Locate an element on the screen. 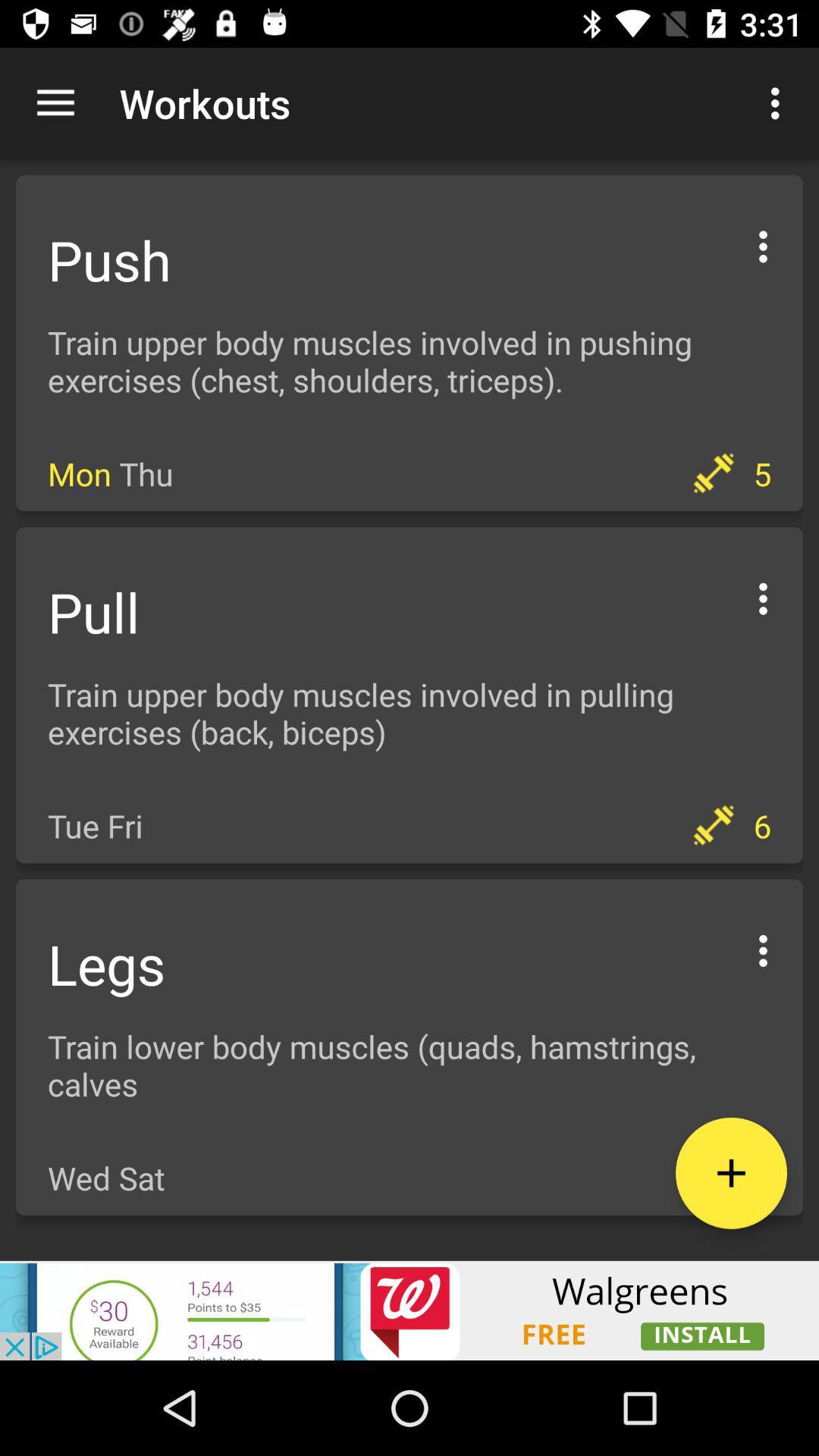 The image size is (819, 1456). advertisement is located at coordinates (409, 1310).